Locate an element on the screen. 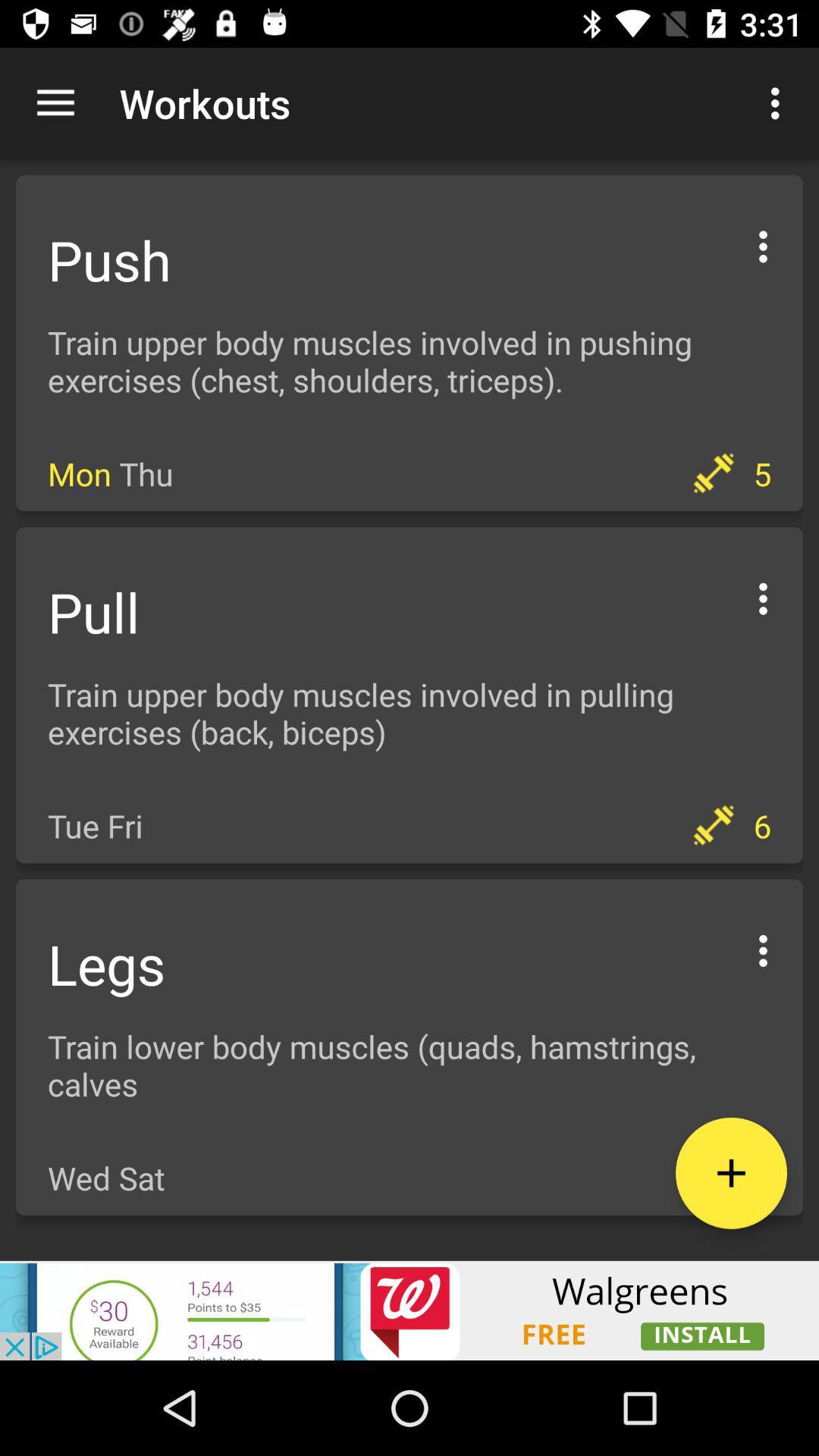 The image size is (819, 1456). advertisement is located at coordinates (409, 1310).